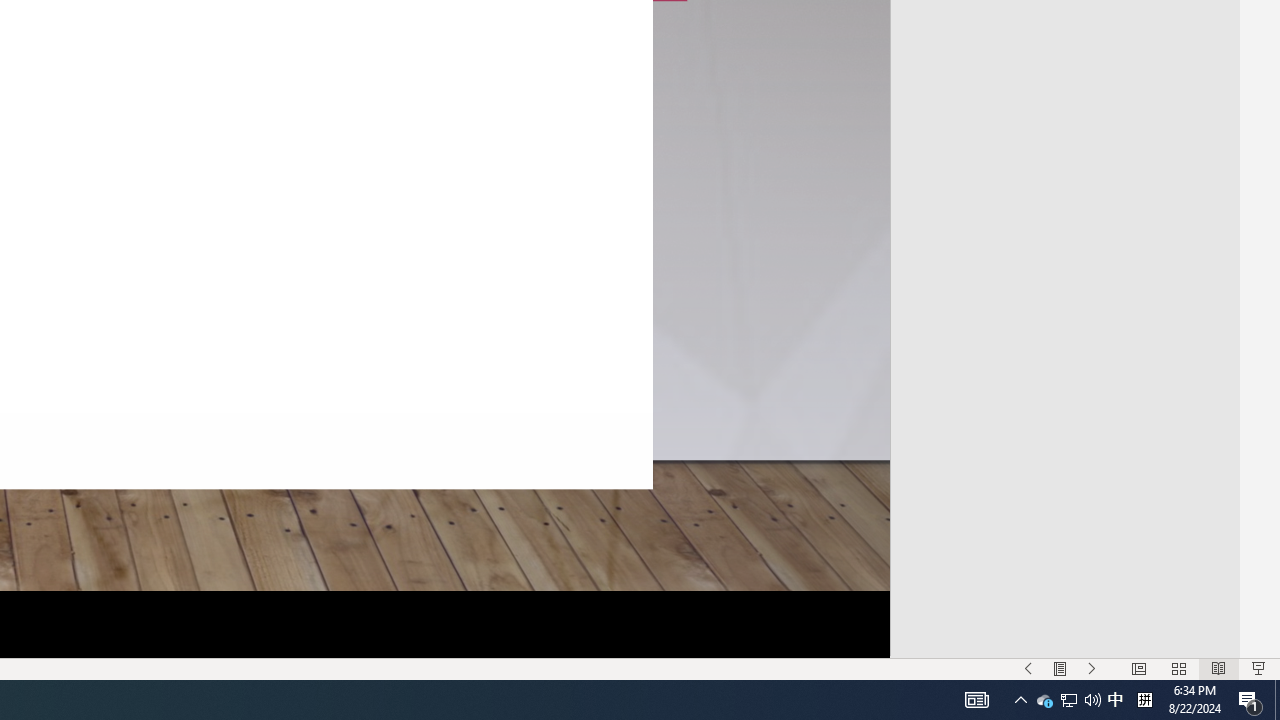 The height and width of the screenshot is (720, 1280). Describe the element at coordinates (1028, 669) in the screenshot. I see `'Slide Show Previous On'` at that location.